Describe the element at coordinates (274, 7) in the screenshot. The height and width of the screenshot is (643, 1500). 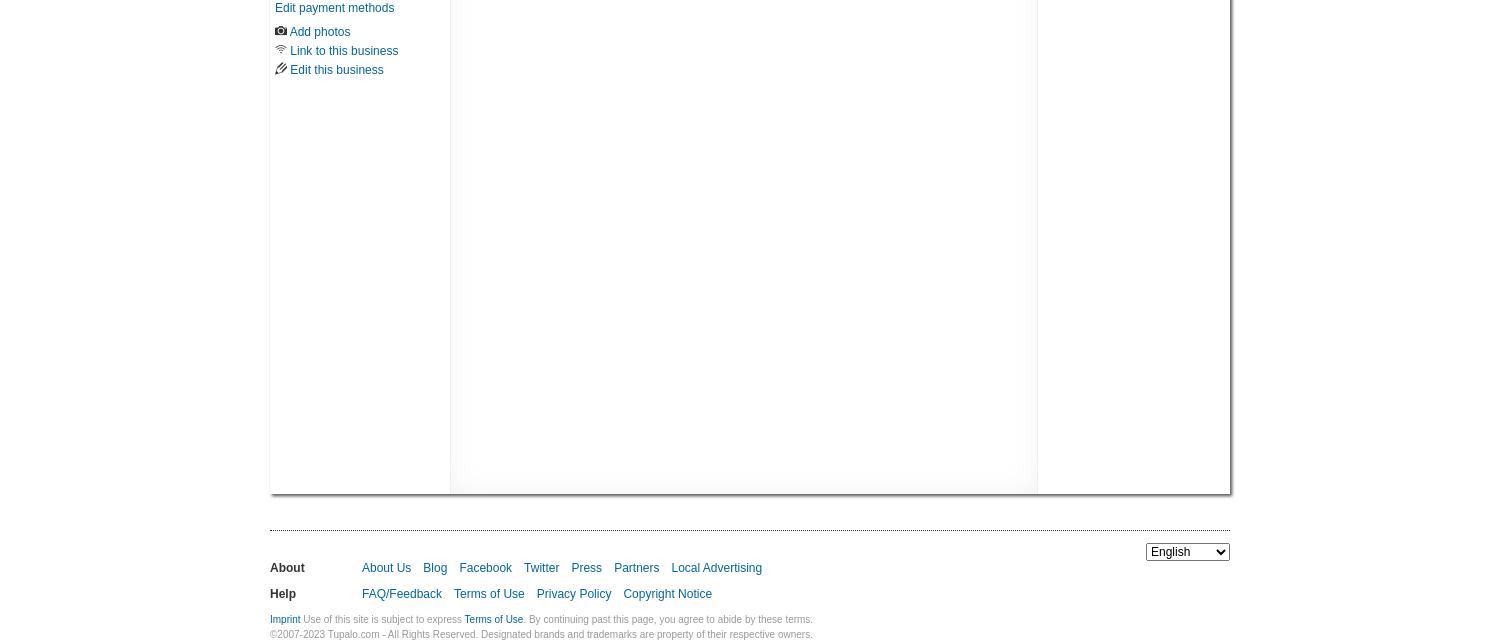
I see `'Edit payment methods'` at that location.